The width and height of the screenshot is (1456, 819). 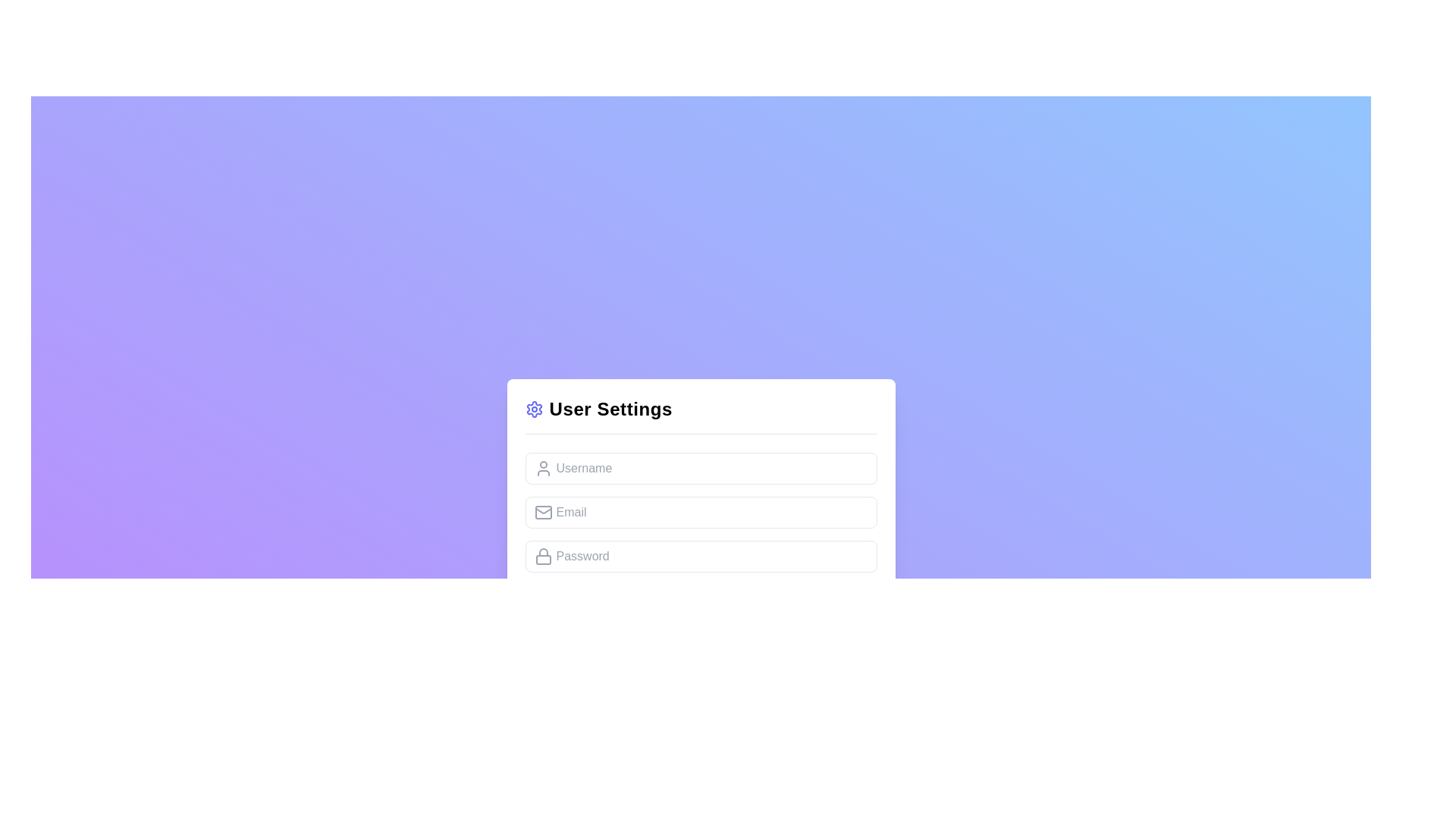 I want to click on or tab through the grouped input fields for Username, Email, and Password within the 'User Settings' card layout, so click(x=700, y=532).